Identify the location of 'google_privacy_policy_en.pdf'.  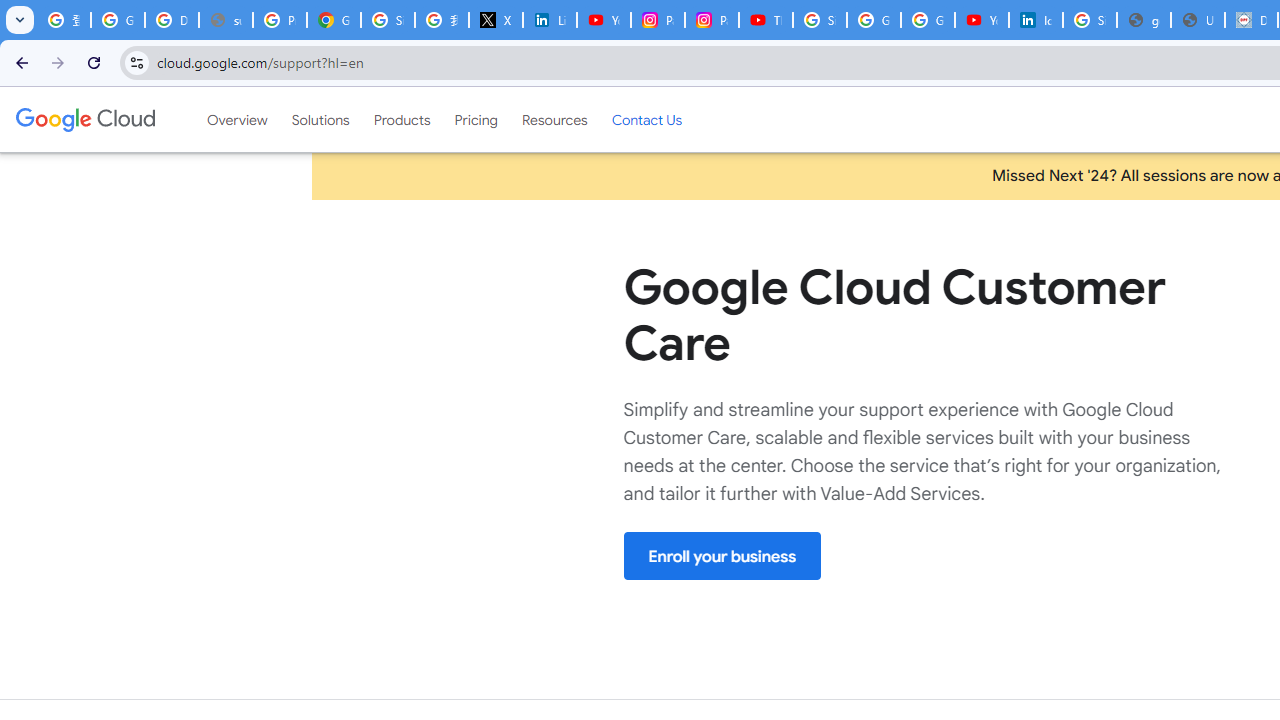
(1144, 20).